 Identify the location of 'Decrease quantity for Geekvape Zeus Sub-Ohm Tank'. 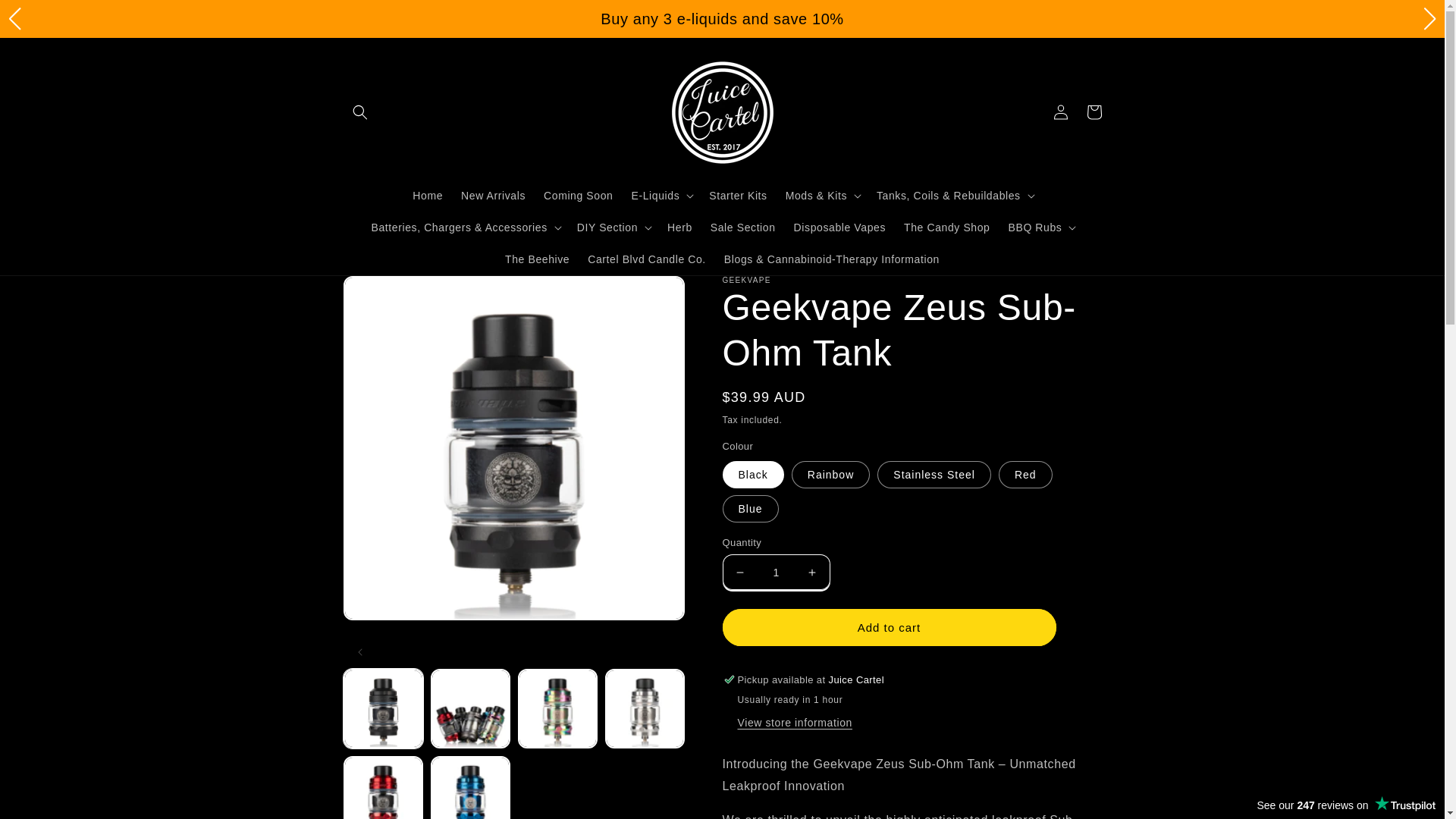
(740, 572).